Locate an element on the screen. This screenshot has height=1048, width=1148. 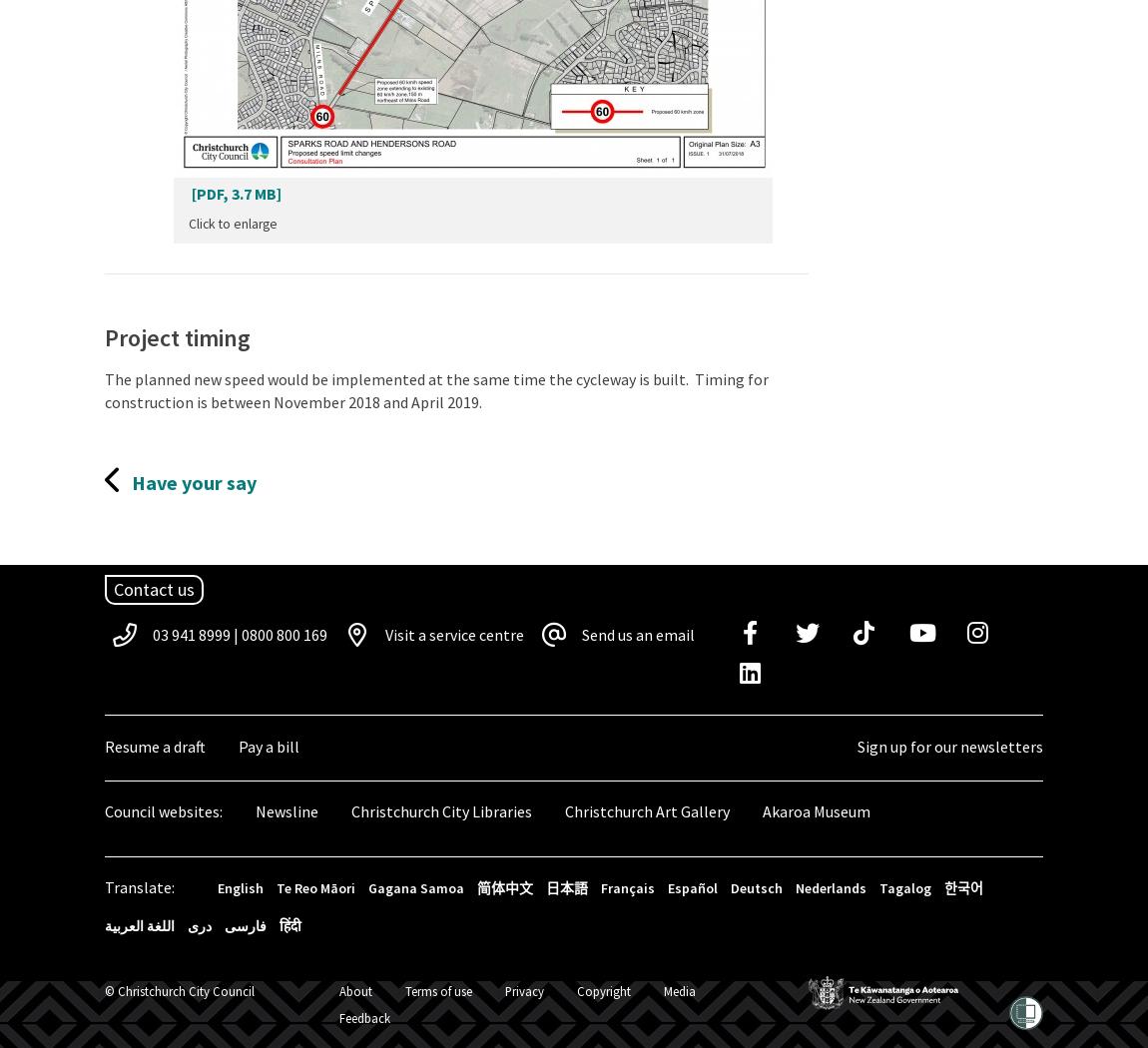
'Council websites:' is located at coordinates (103, 810).